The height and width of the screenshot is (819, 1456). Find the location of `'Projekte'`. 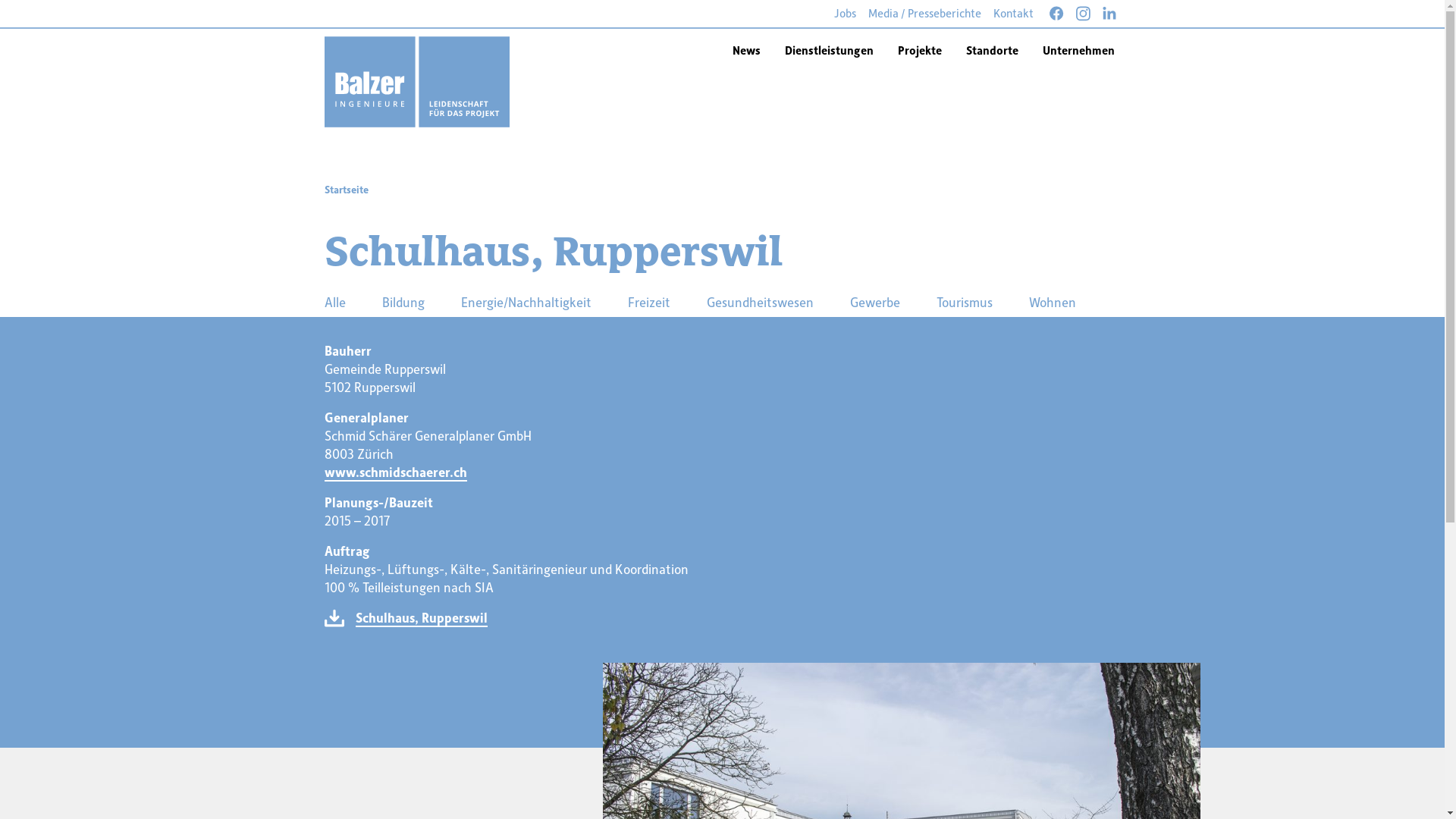

'Projekte' is located at coordinates (919, 48).